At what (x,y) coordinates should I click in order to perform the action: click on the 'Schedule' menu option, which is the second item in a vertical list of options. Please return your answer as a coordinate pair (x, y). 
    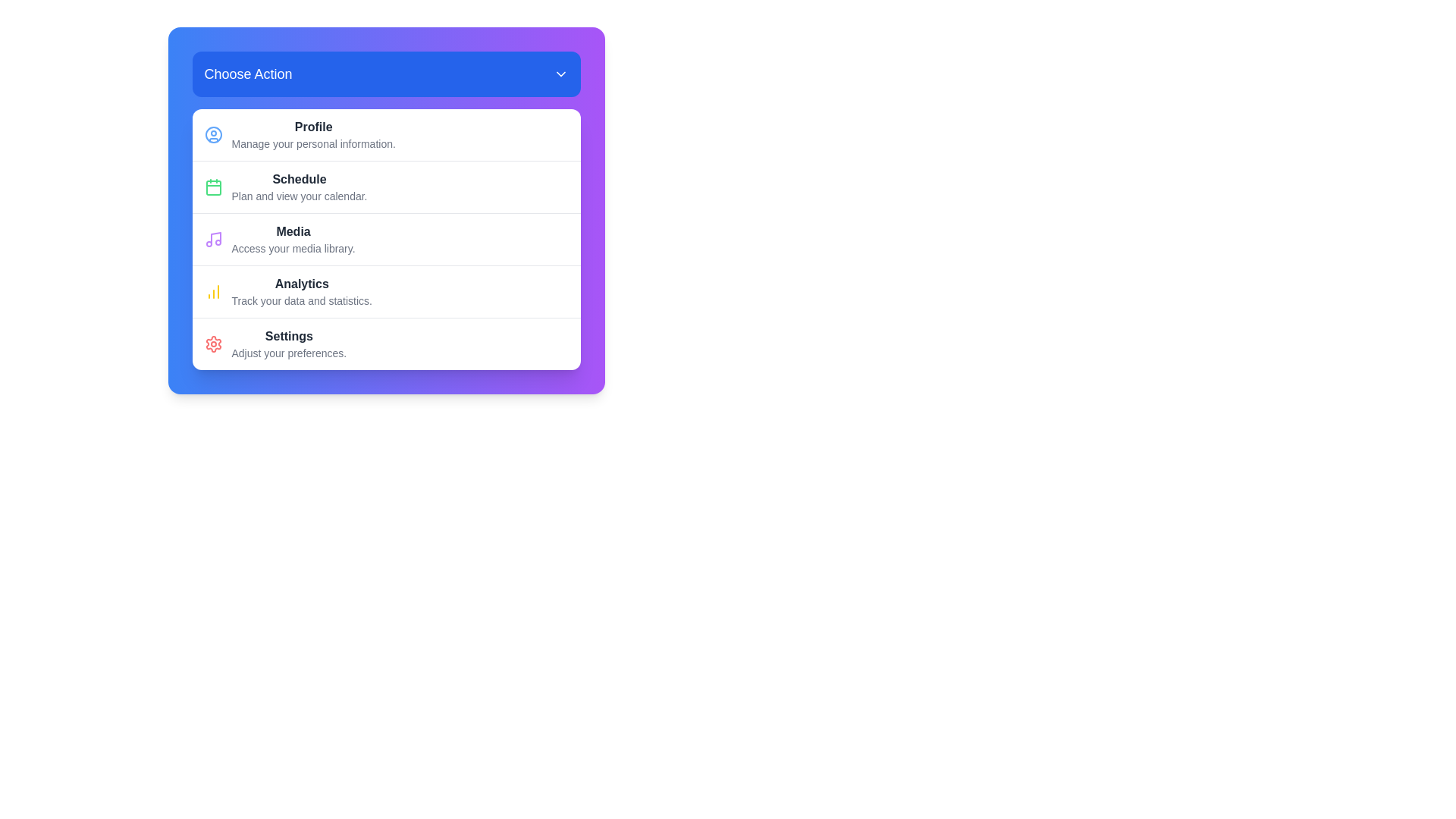
    Looking at the image, I should click on (299, 186).